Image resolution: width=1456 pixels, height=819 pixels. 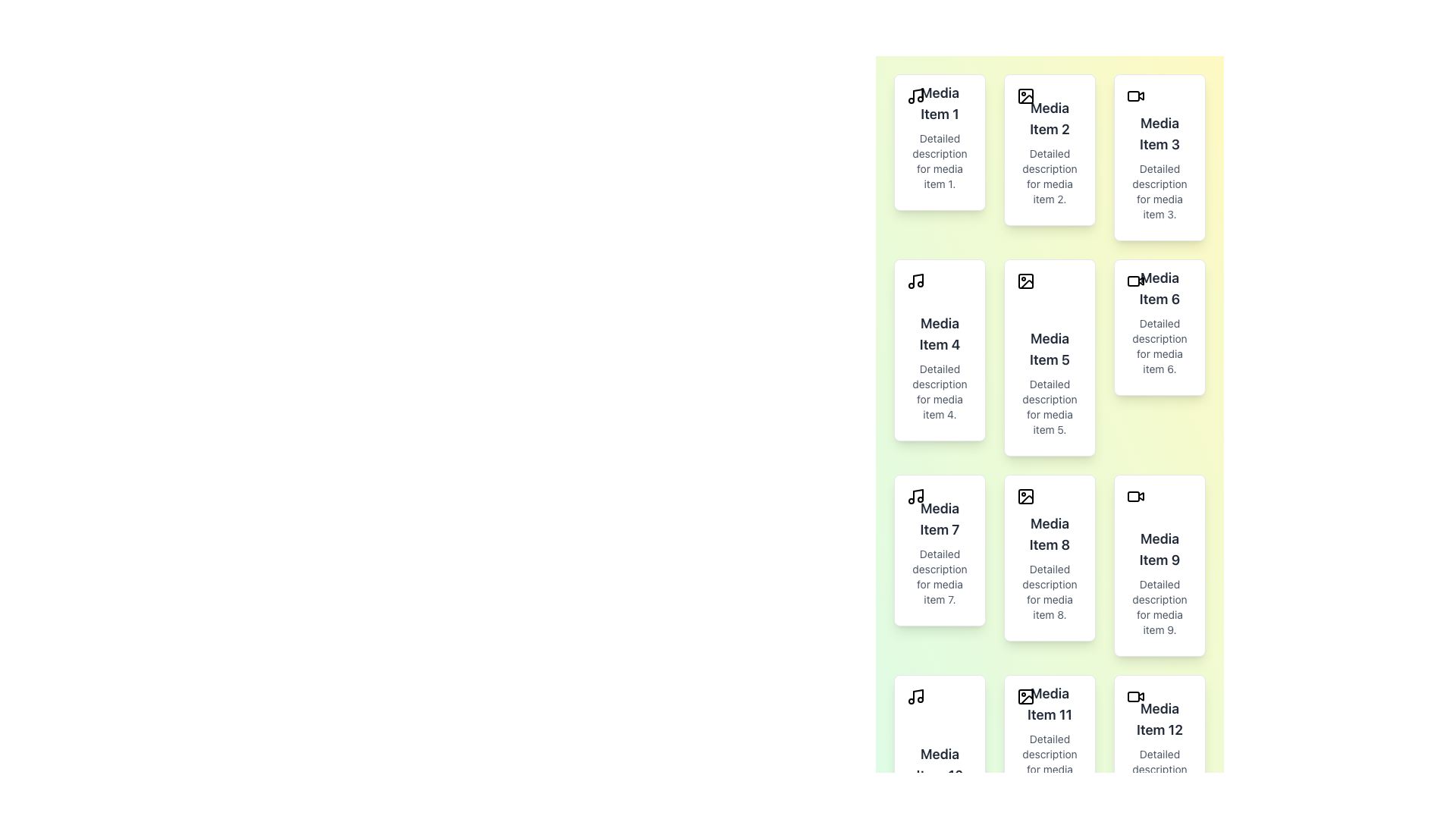 What do you see at coordinates (1049, 704) in the screenshot?
I see `the text label or heading that serves as the title for the eleventh card in the vertical card layout` at bounding box center [1049, 704].